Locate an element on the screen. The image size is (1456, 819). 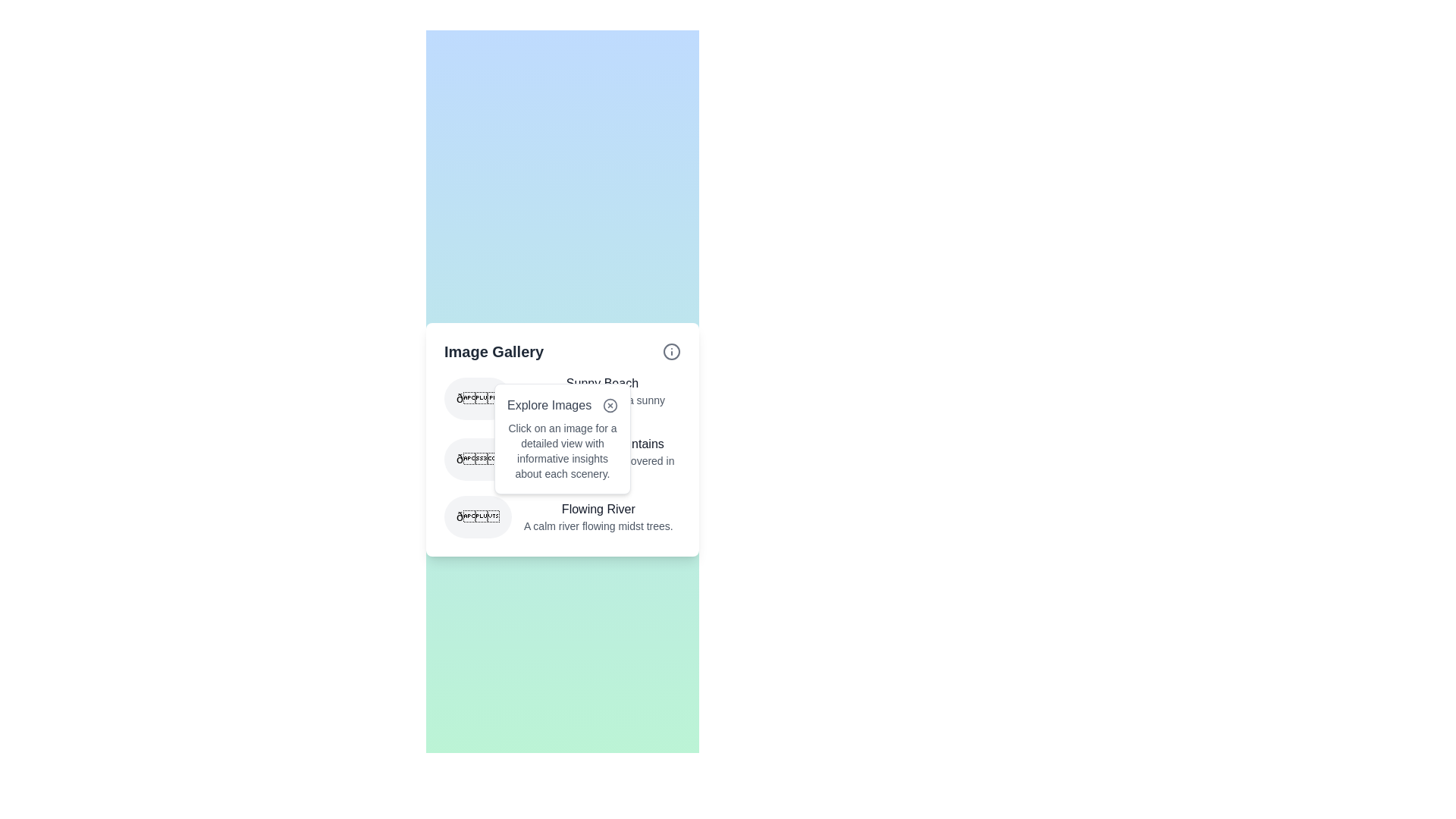
the circular gray-background icon containing a mountain emoji, located to the left of the 'Majestic Mountains' list item is located at coordinates (488, 458).